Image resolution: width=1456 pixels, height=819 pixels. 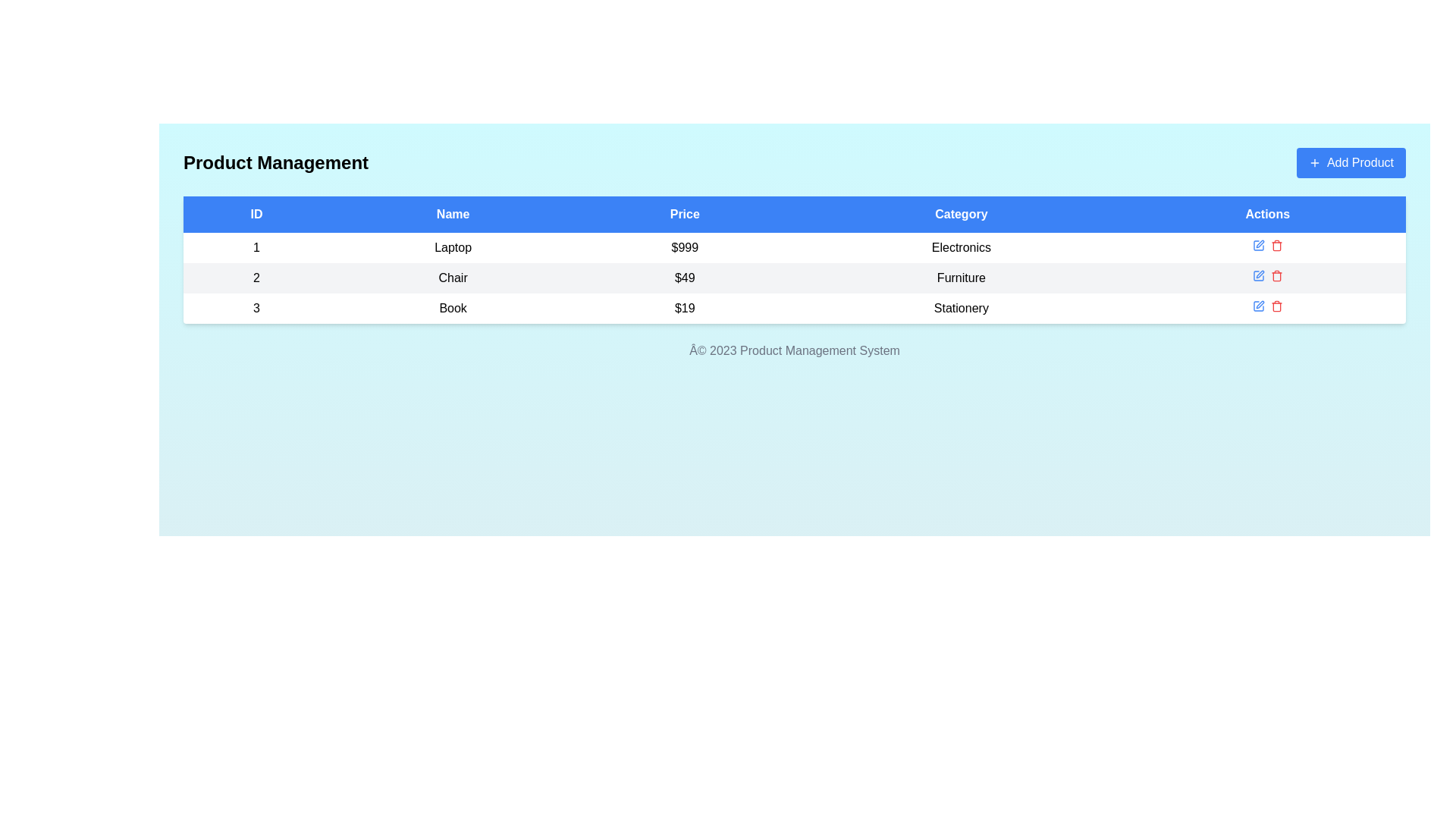 What do you see at coordinates (1276, 306) in the screenshot?
I see `the delete button styled as an icon located in the 'Actions' column of the bottom row of the table to observe potential styling changes` at bounding box center [1276, 306].